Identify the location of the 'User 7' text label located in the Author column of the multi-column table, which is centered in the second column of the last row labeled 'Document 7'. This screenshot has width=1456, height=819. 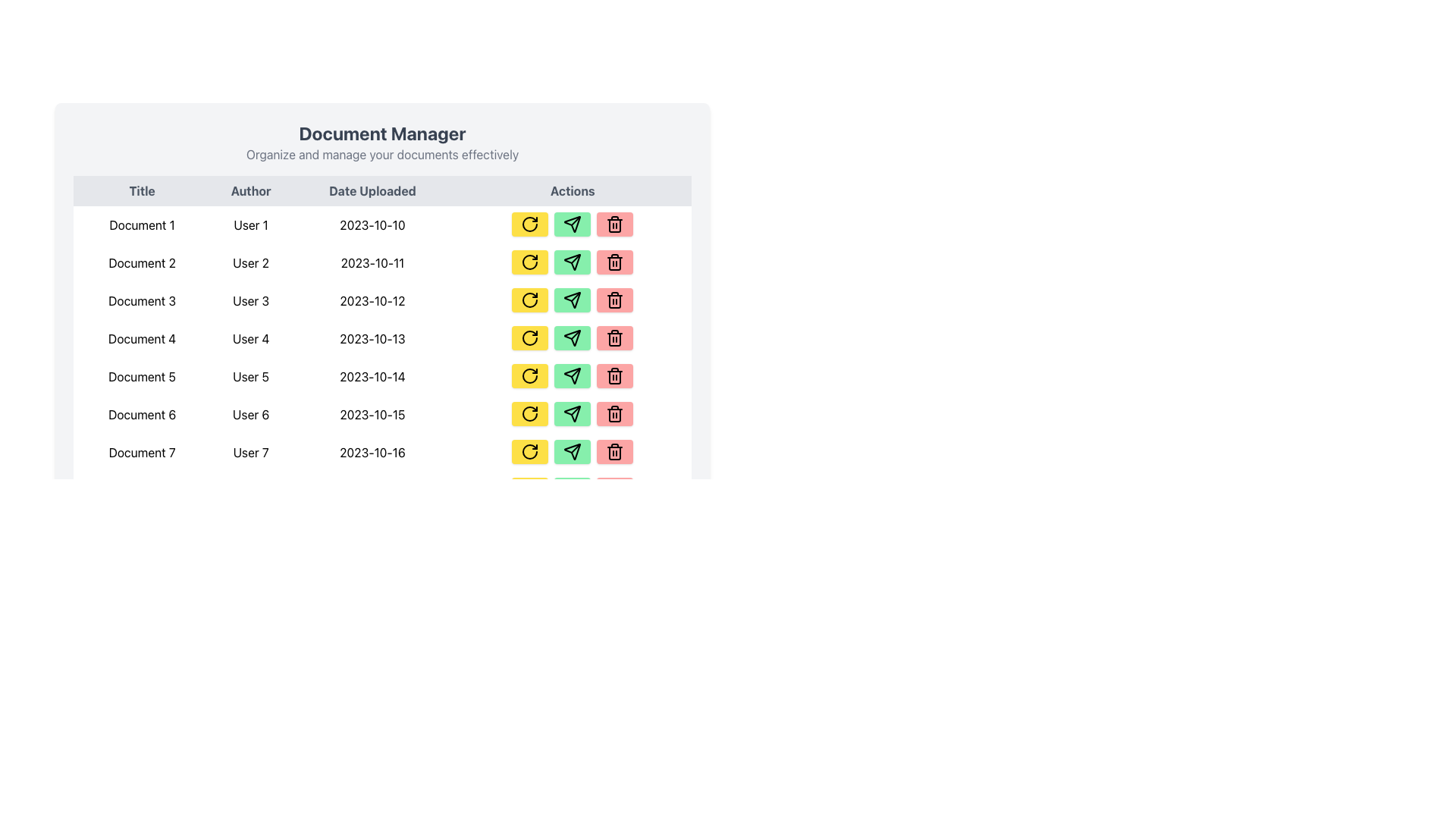
(251, 452).